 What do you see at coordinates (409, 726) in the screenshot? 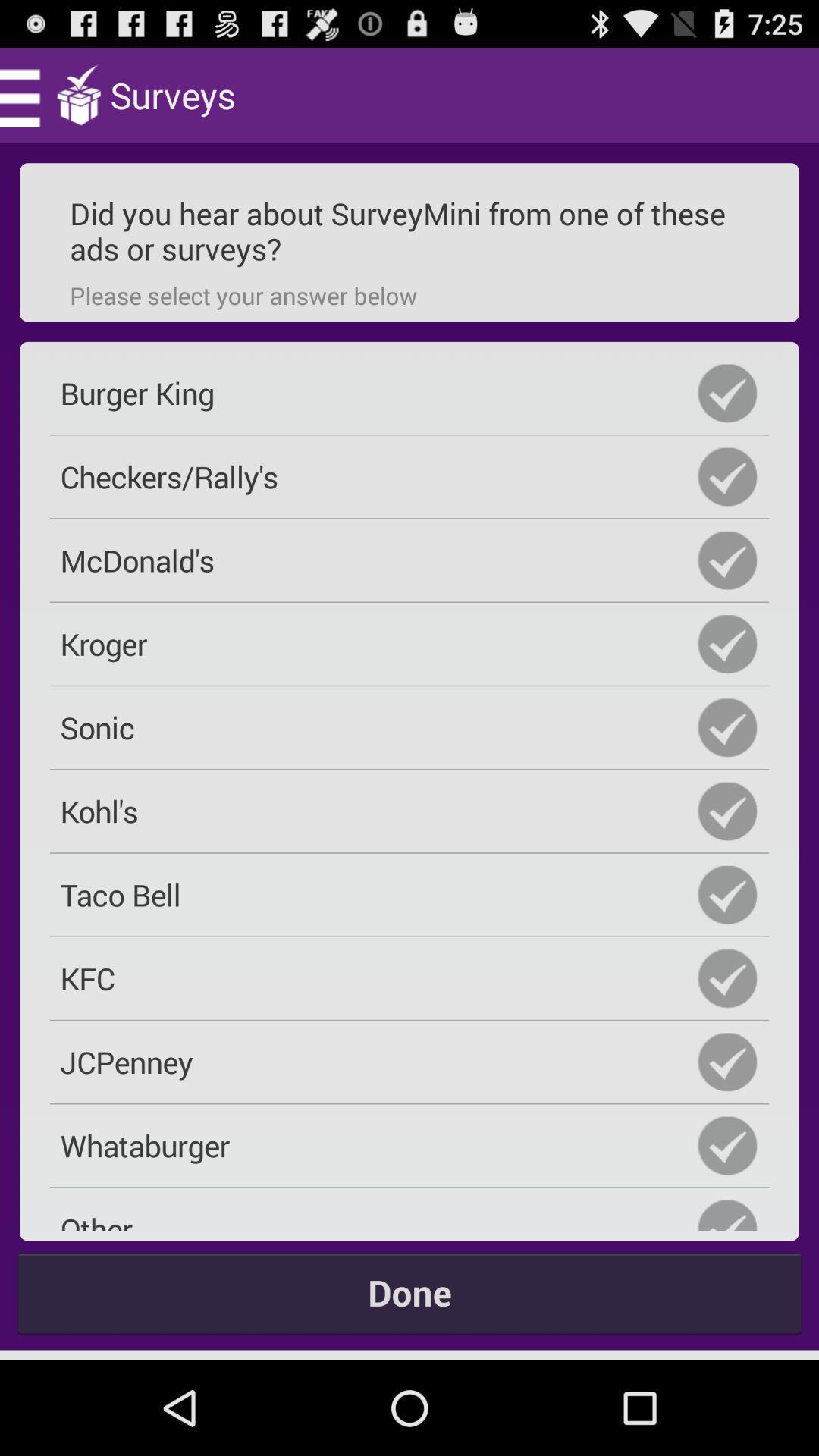
I see `the icon below the kroger icon` at bounding box center [409, 726].